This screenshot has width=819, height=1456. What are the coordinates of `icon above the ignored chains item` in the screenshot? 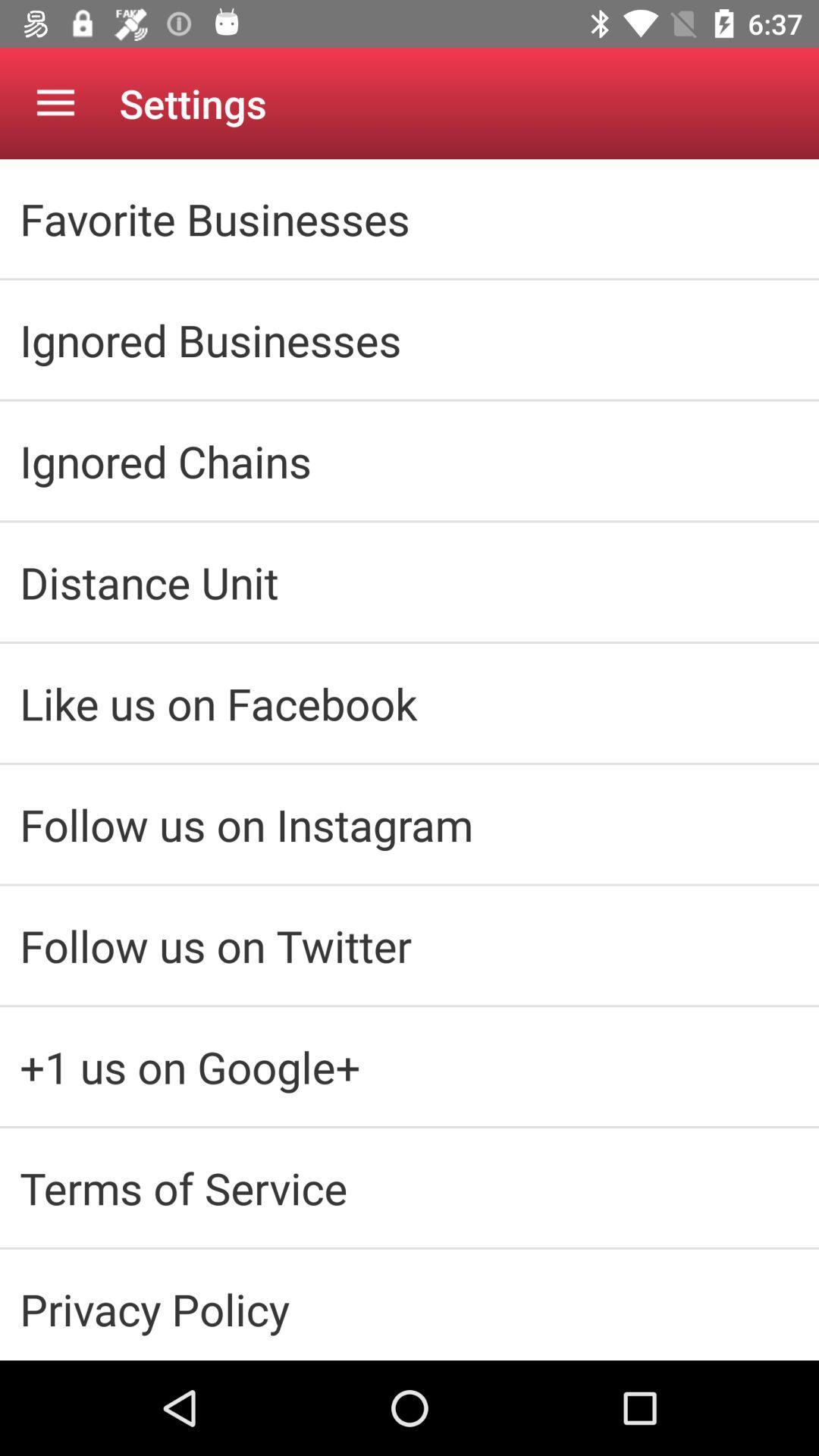 It's located at (409, 339).